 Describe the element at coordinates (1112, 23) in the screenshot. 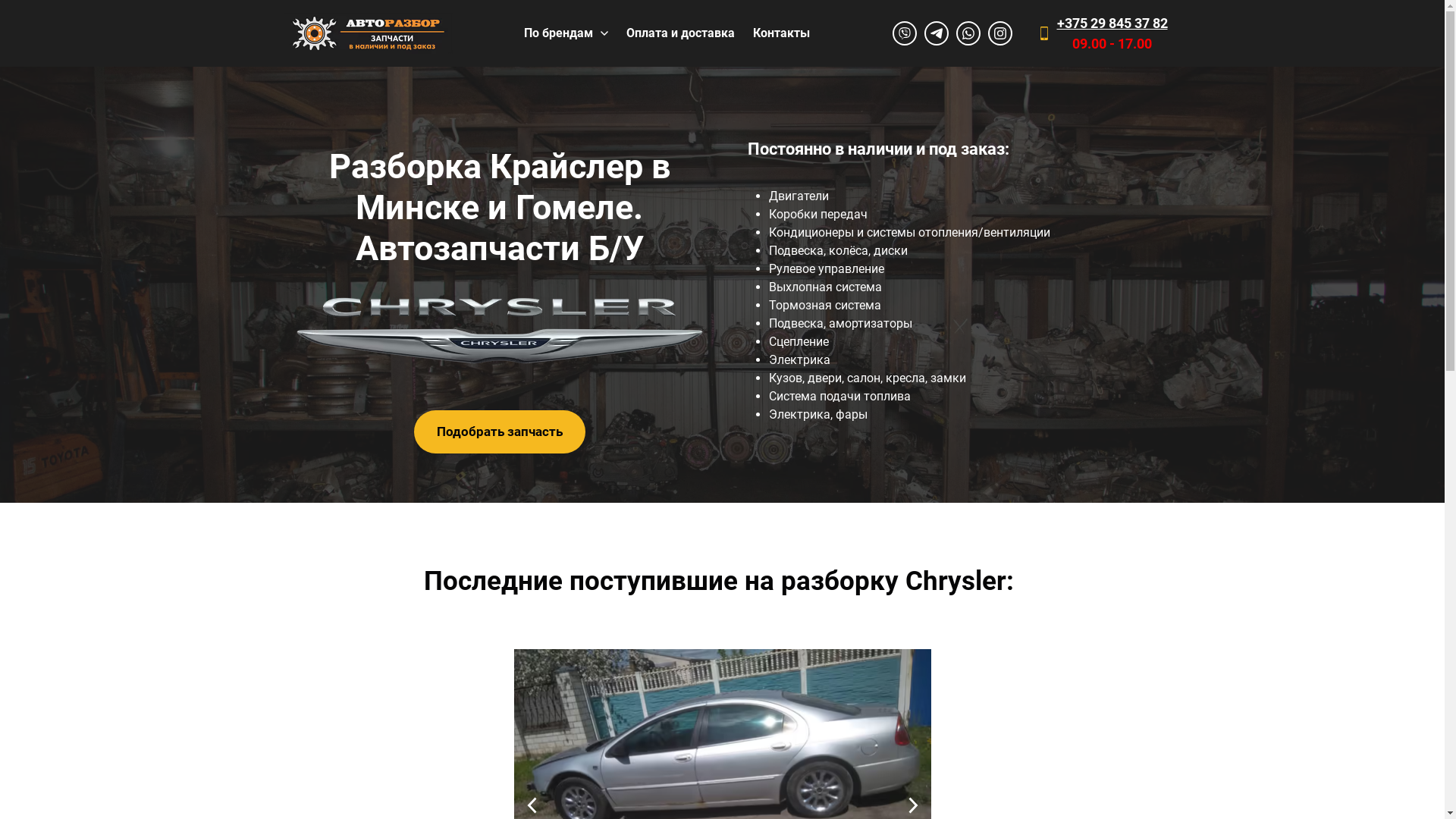

I see `'+375 29 845 37 82'` at that location.